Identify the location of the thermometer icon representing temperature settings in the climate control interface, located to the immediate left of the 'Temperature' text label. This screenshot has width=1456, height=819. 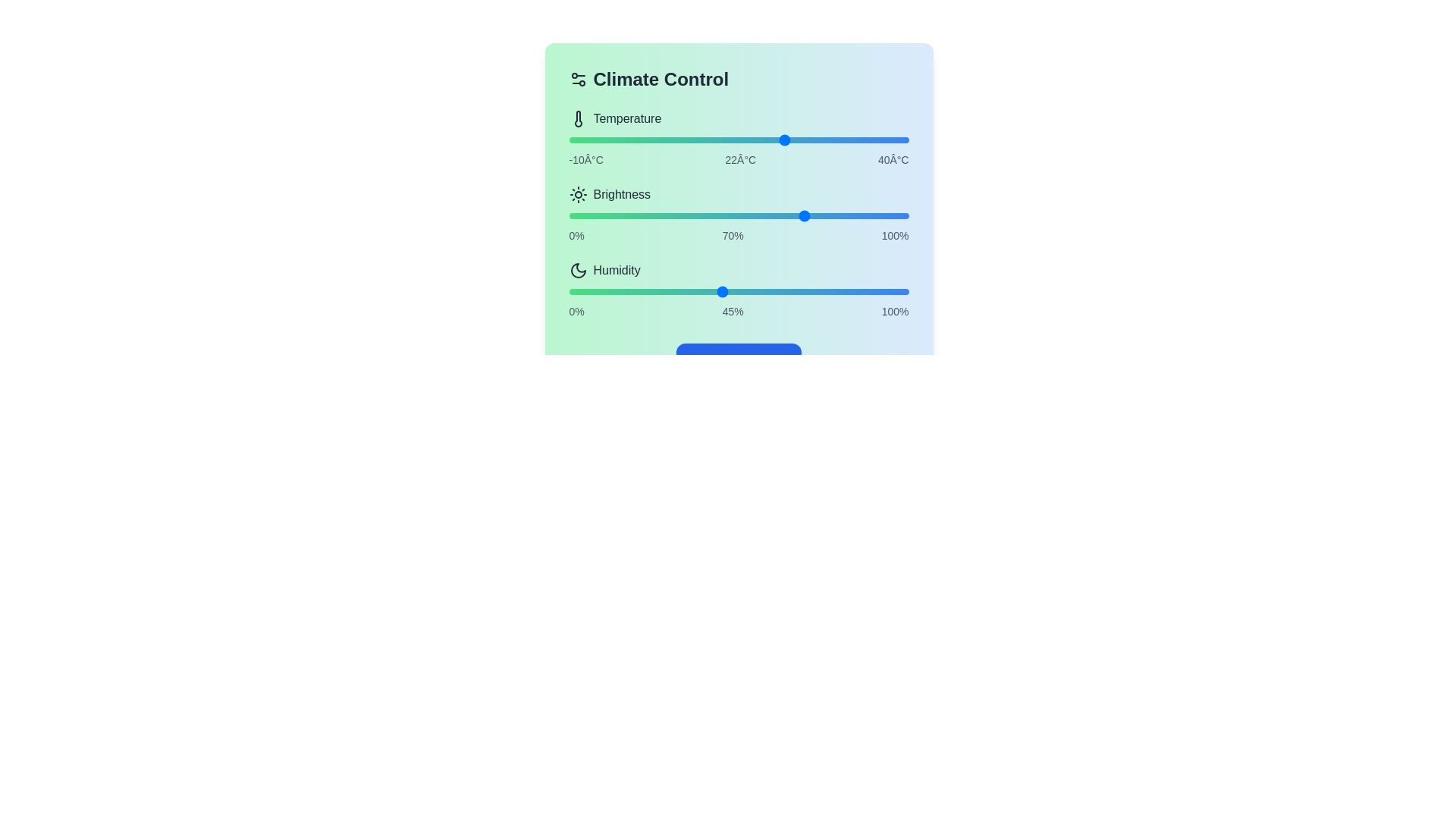
(577, 118).